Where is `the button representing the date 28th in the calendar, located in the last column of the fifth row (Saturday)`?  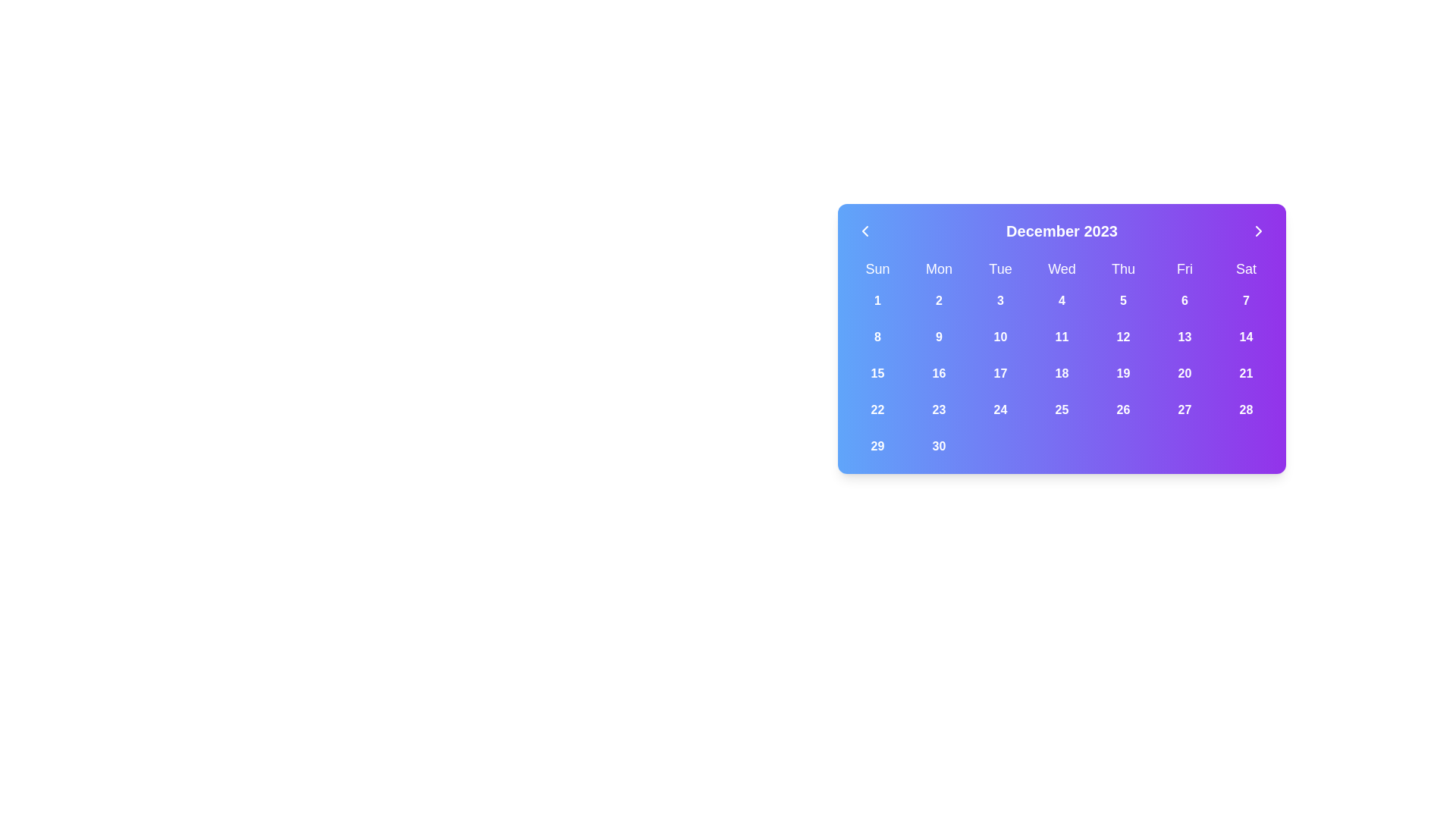
the button representing the date 28th in the calendar, located in the last column of the fifth row (Saturday) is located at coordinates (1246, 409).